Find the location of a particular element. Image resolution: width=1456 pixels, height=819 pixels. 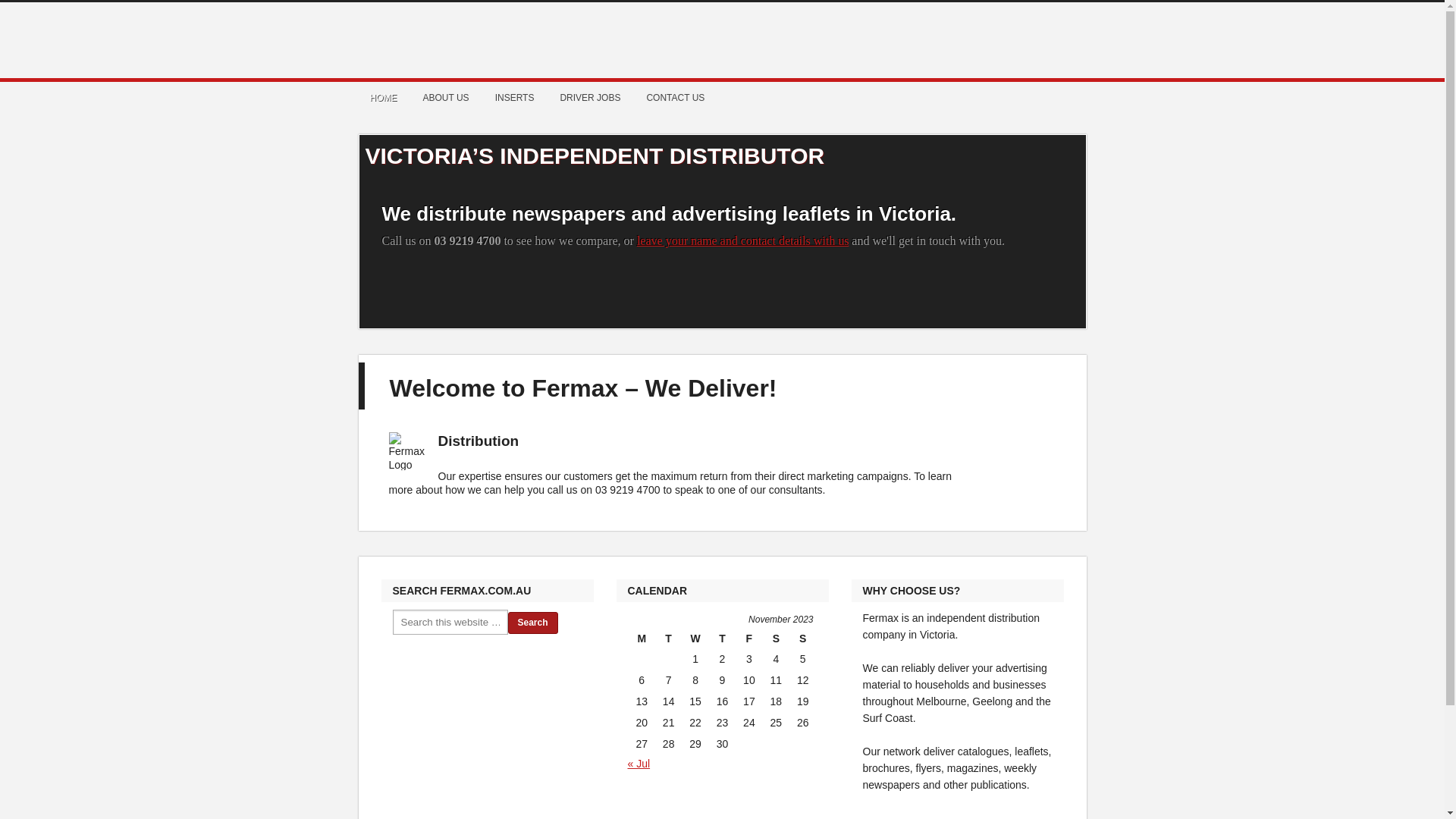

'HOME' is located at coordinates (383, 97).